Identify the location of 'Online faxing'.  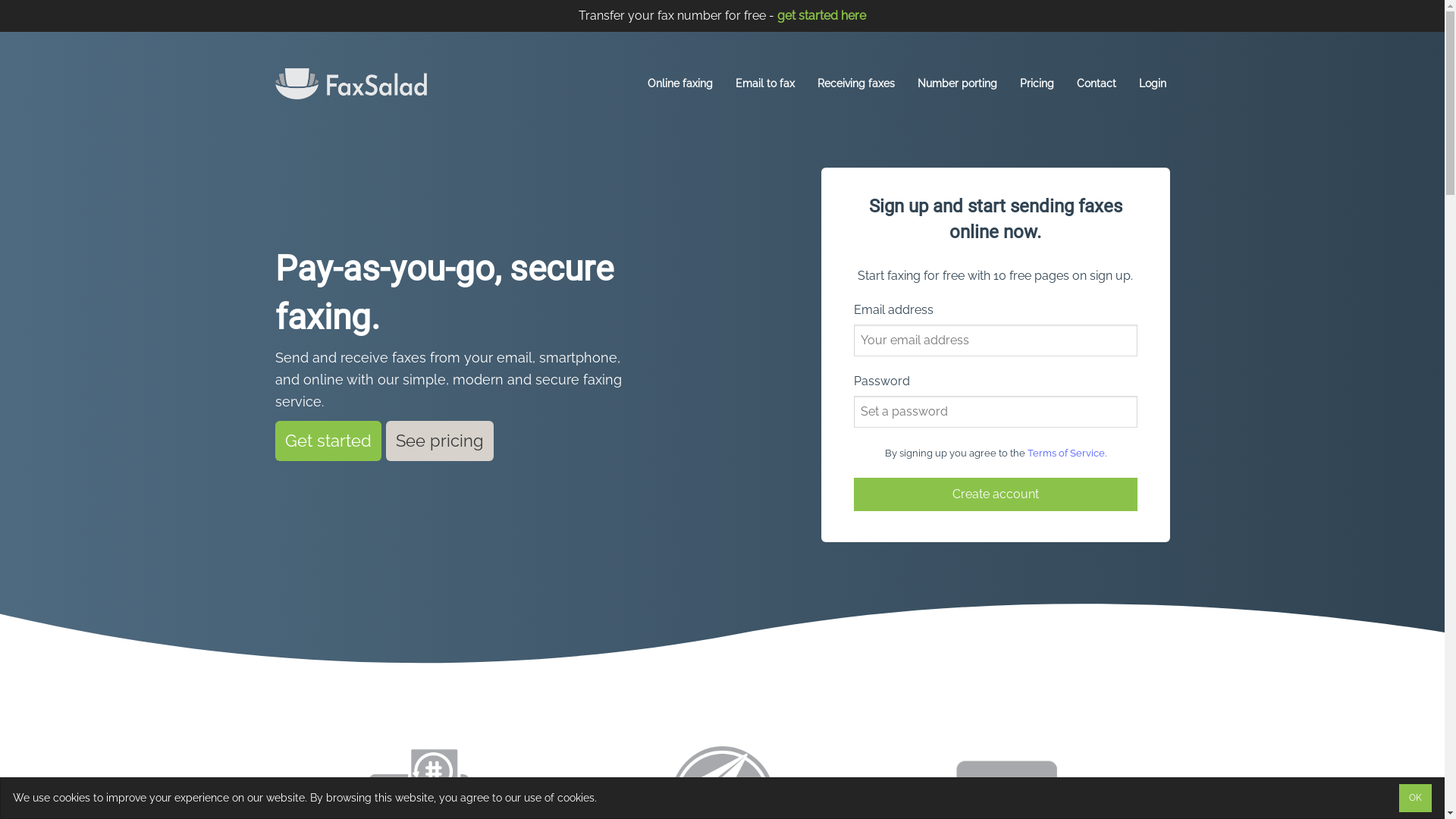
(679, 83).